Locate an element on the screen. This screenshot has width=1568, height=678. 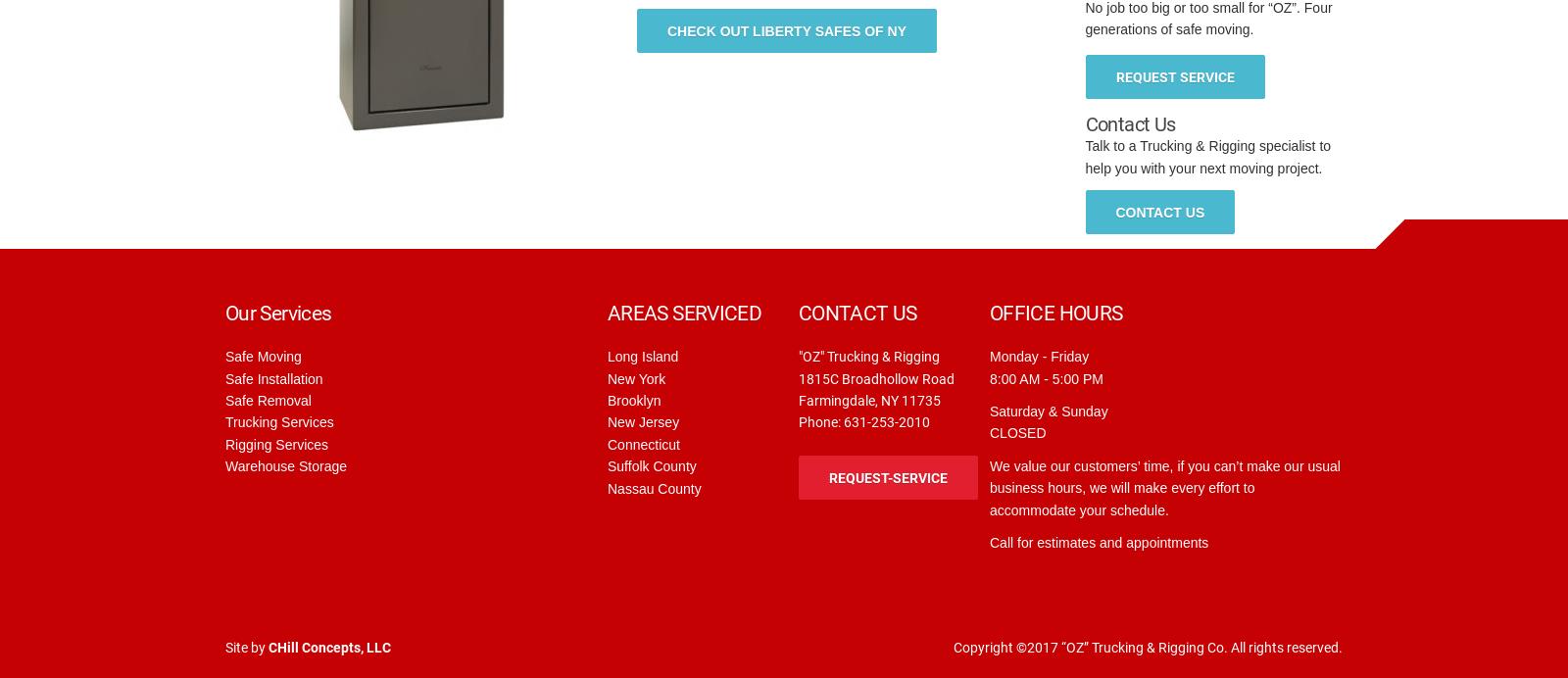
'Suffolk County' is located at coordinates (608, 466).